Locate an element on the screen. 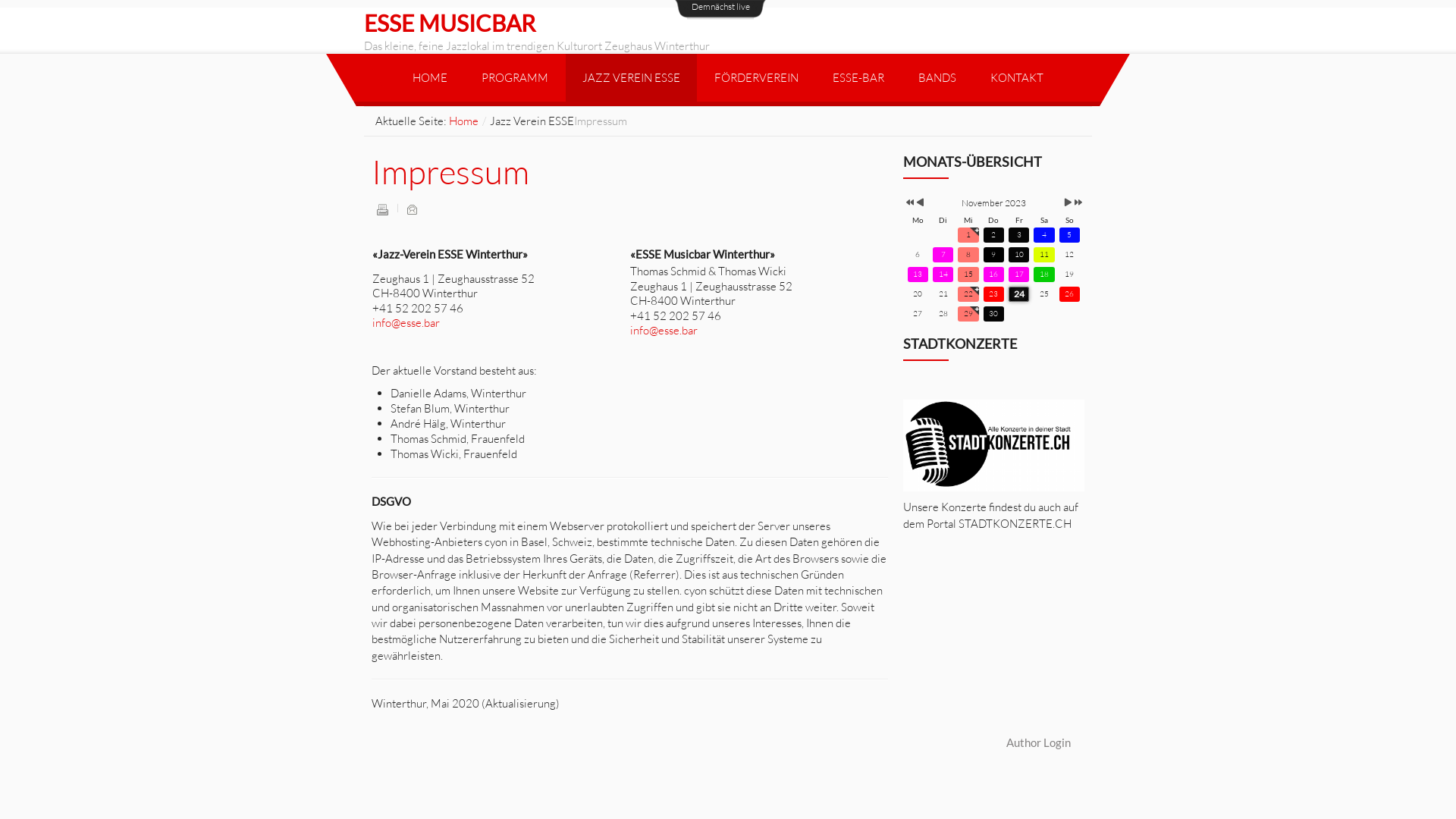  'info@esse.bar' is located at coordinates (372, 322).